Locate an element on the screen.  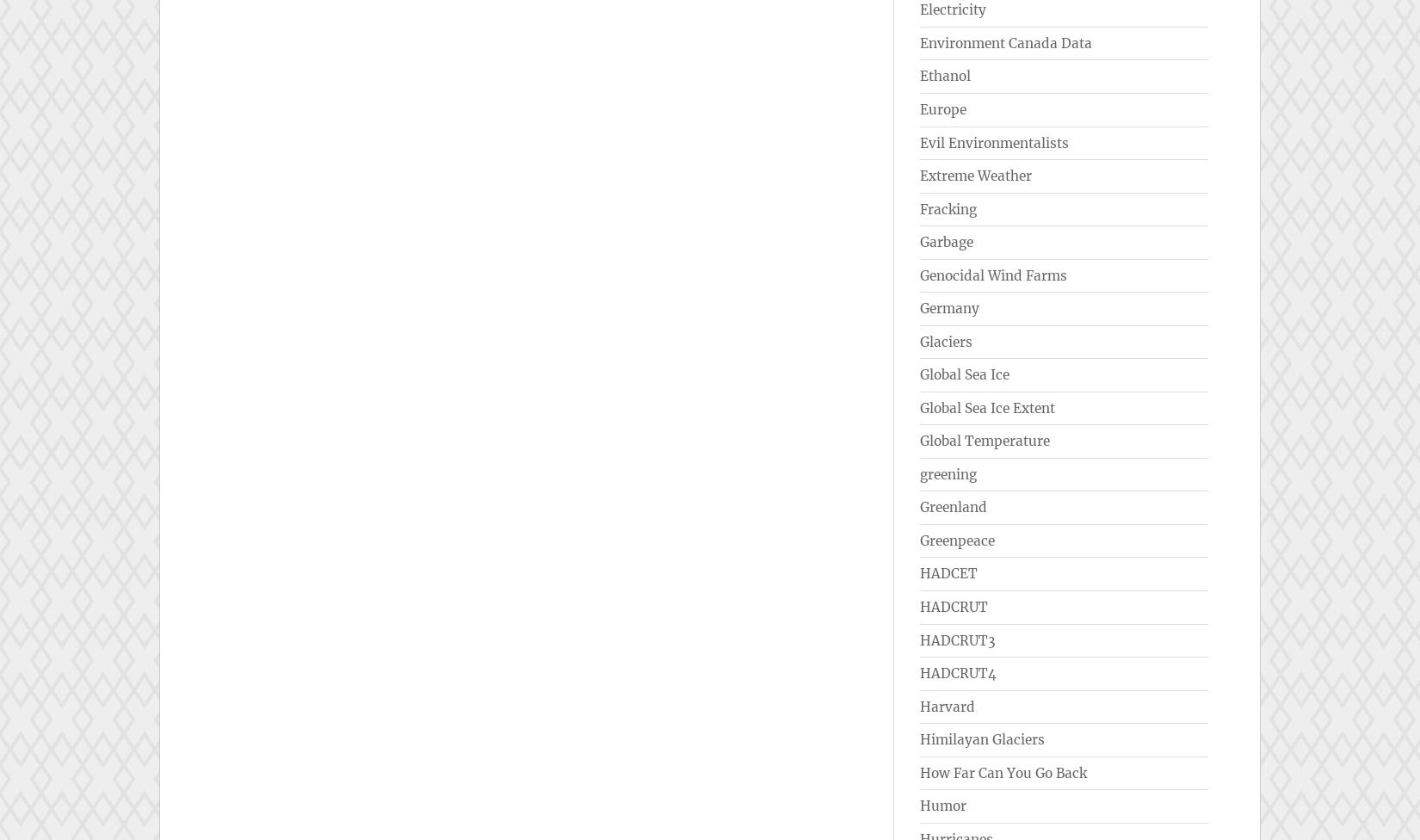
'Garbage' is located at coordinates (947, 242).